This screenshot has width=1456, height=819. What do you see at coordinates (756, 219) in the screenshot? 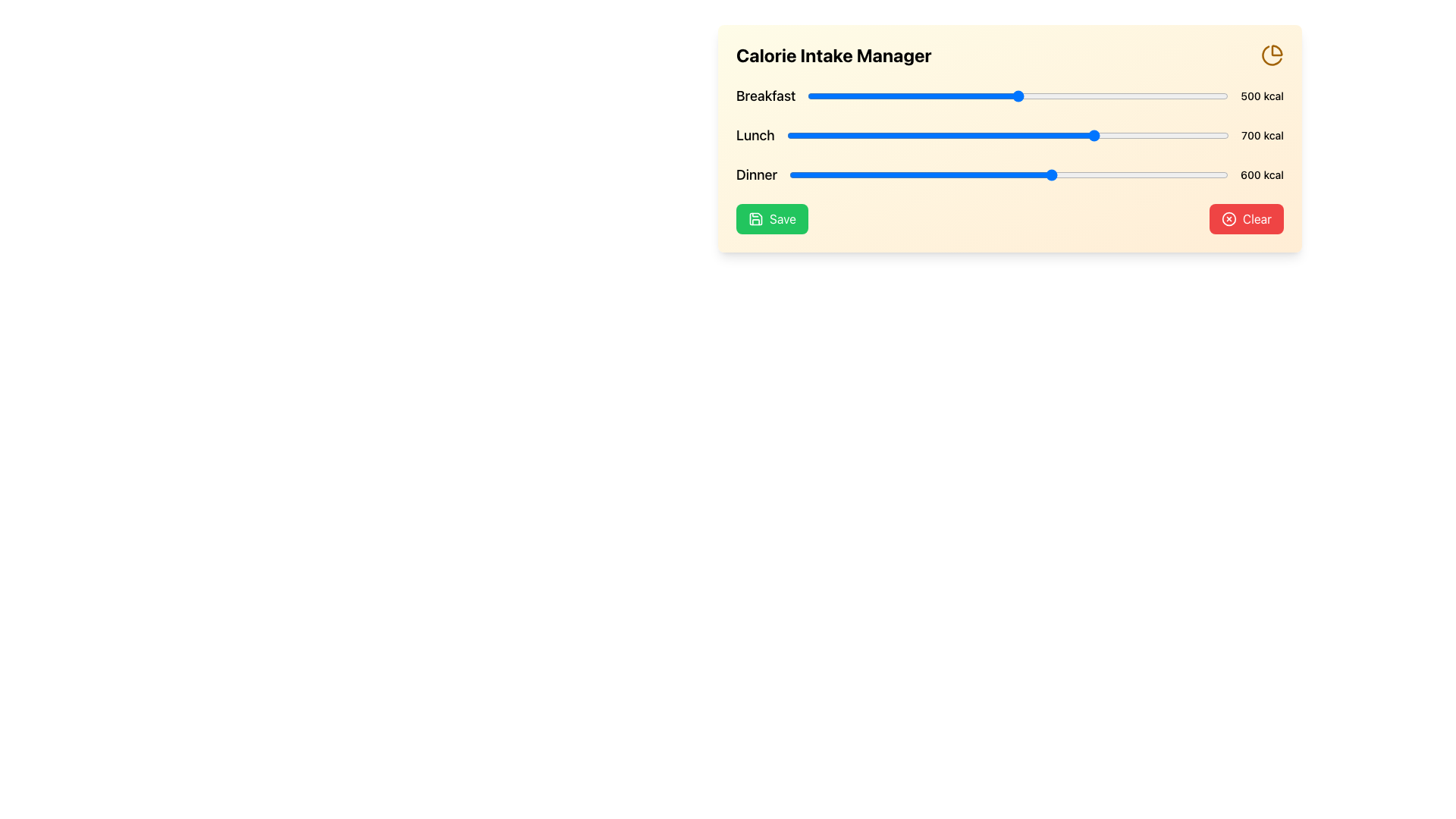
I see `the decorative graphical representation of the save icon located within the green save button, positioned below the sliders labeled Breakfast, Lunch, and Dinner` at bounding box center [756, 219].